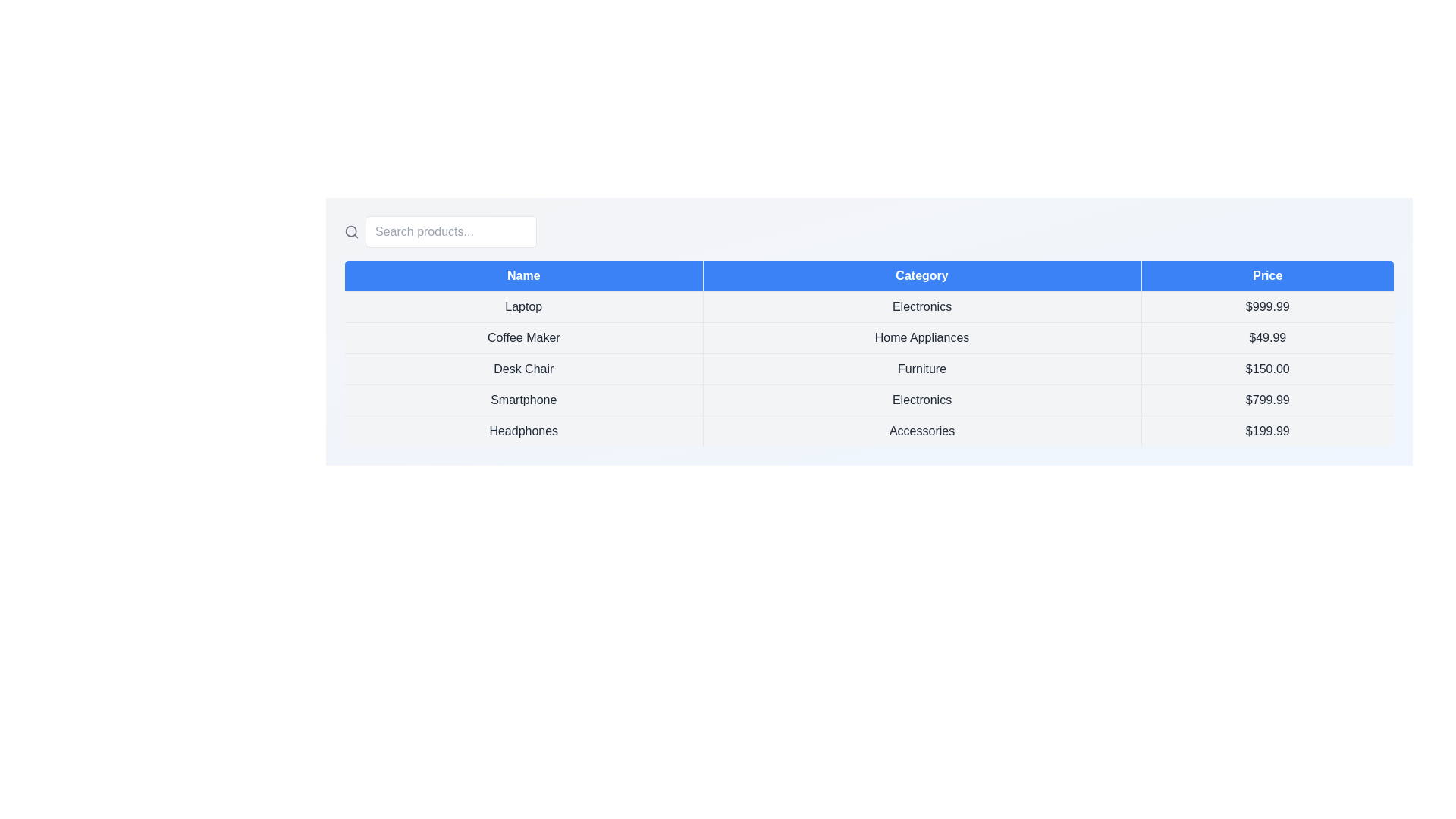 This screenshot has width=1456, height=819. I want to click on the text element displaying the price '$49.99' in the pricing column of the second row in the product information table, so click(1267, 337).